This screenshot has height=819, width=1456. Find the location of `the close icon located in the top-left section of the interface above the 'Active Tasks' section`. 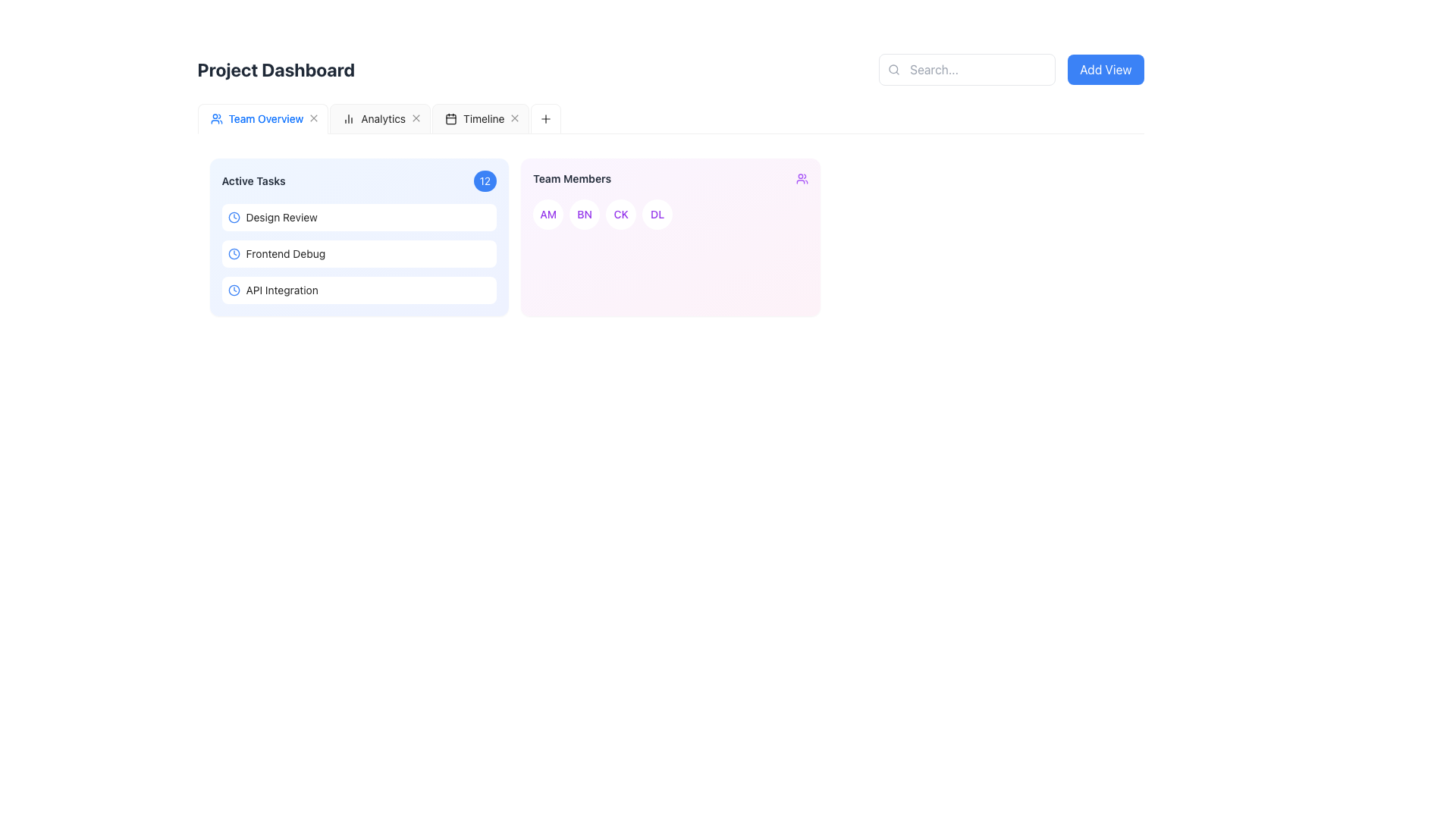

the close icon located in the top-left section of the interface above the 'Active Tasks' section is located at coordinates (416, 118).